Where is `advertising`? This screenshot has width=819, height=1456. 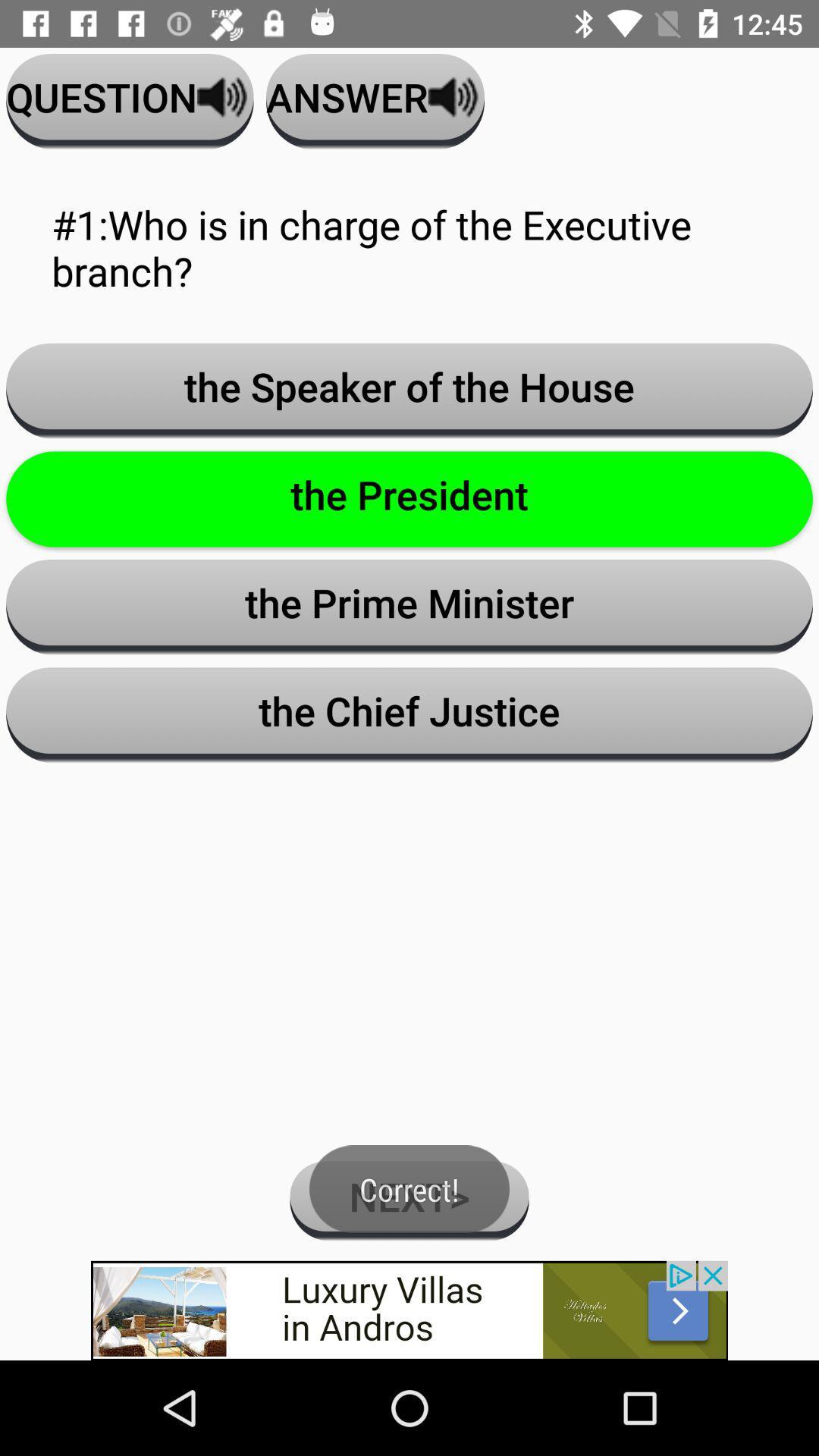
advertising is located at coordinates (409, 1310).